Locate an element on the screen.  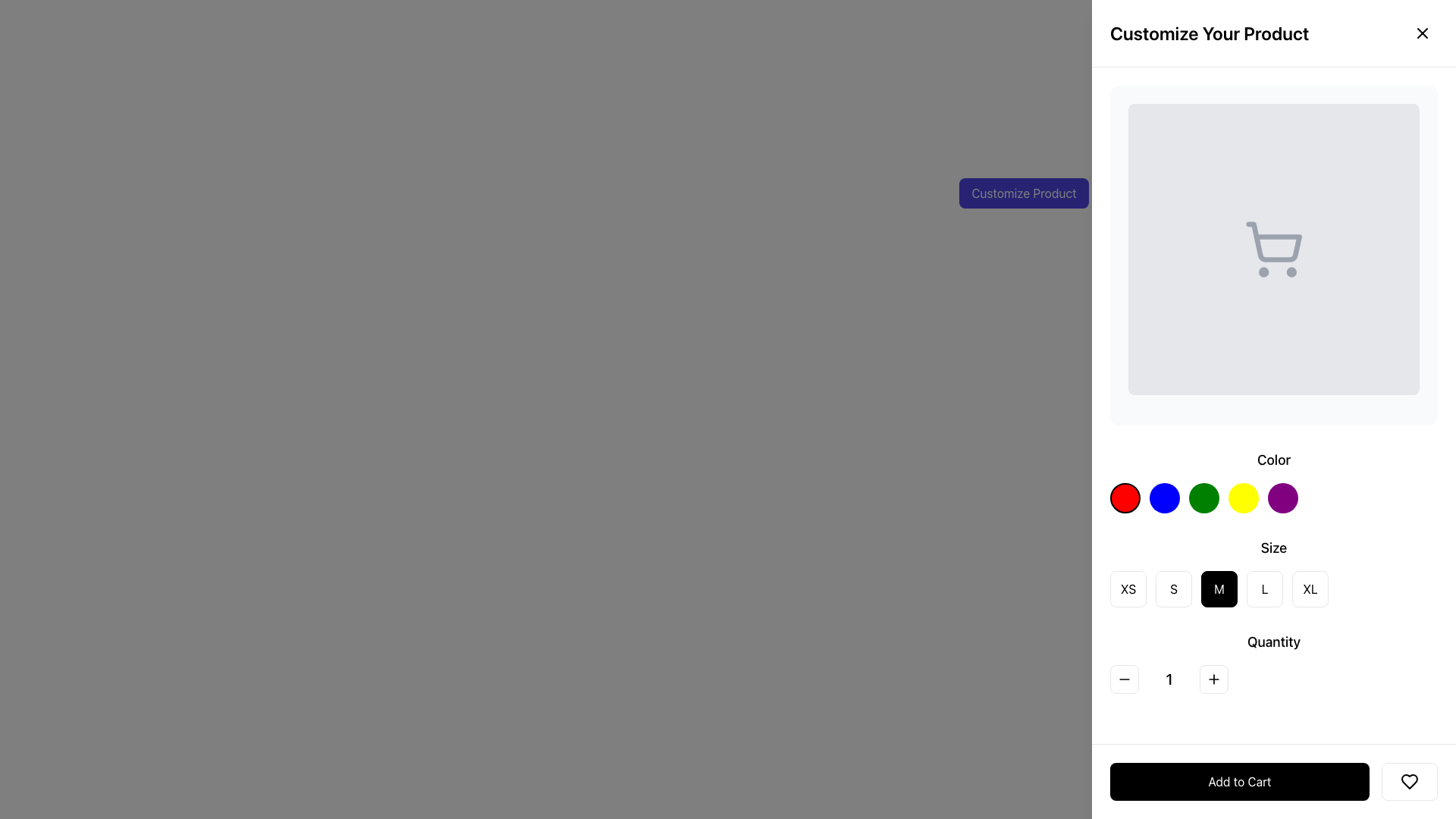
the '-' button of the Quantity selector located below the color and size selection options, which decreases the quantity from the displayed value of '1' is located at coordinates (1274, 662).